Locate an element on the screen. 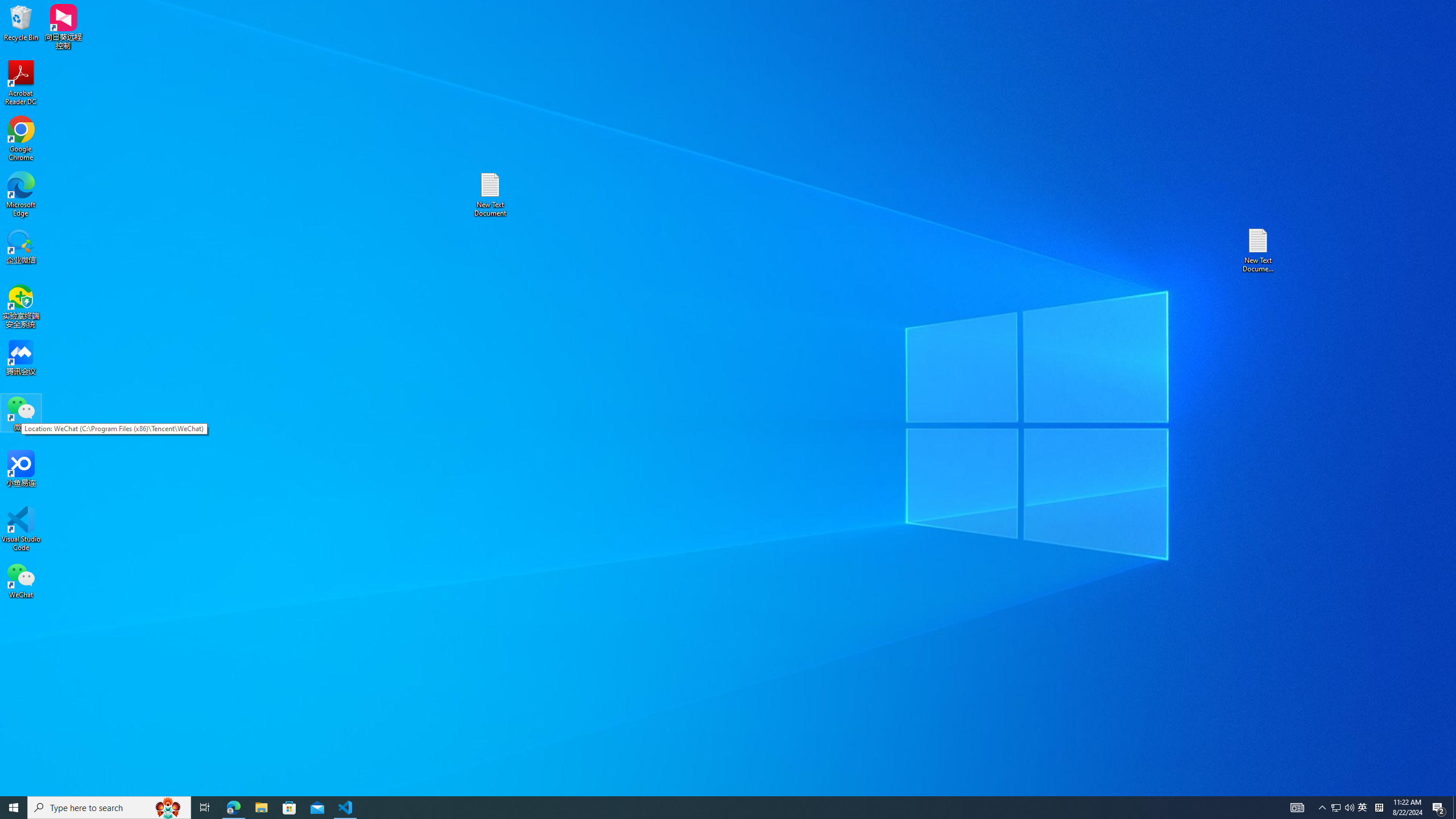  'WeChat' is located at coordinates (20, 580).